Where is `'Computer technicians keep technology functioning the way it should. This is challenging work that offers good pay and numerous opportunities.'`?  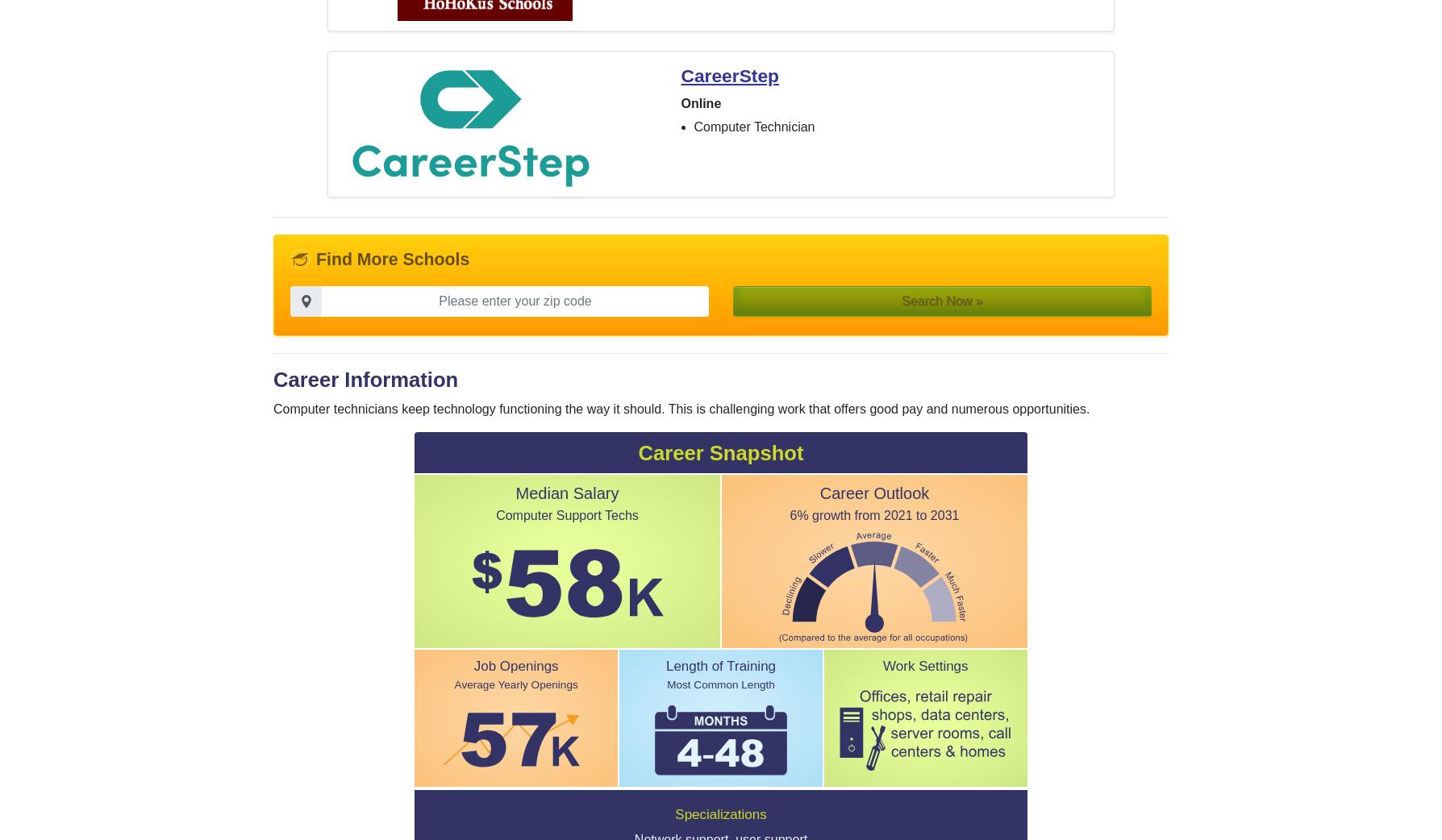
'Computer technicians keep technology functioning the way it should. This is challenging work that offers good pay and numerous opportunities.' is located at coordinates (681, 409).